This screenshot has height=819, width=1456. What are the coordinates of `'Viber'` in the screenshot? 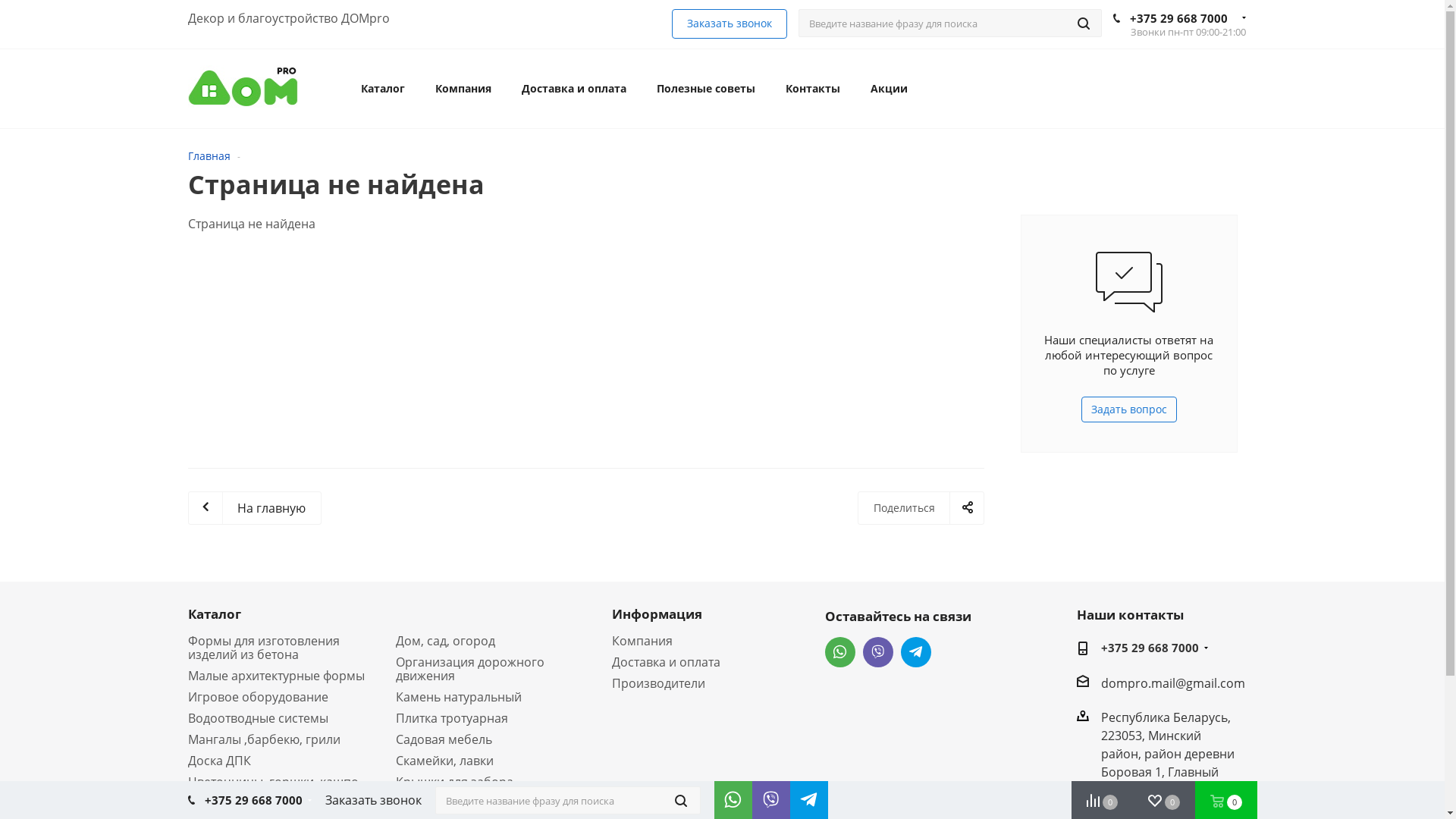 It's located at (877, 651).